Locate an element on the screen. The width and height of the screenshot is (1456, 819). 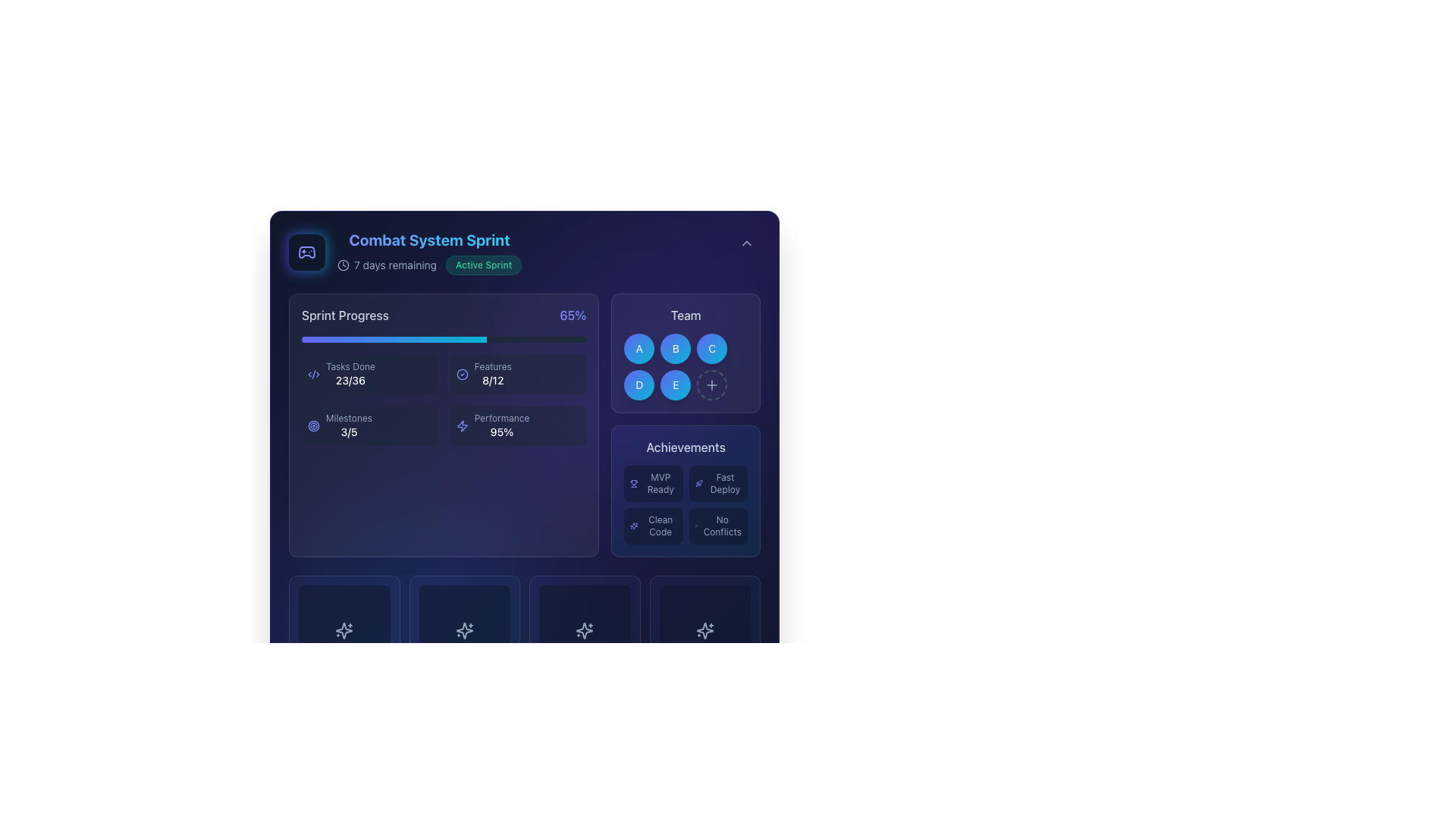
the button labeled 'E' in the 'Team' section is located at coordinates (675, 384).